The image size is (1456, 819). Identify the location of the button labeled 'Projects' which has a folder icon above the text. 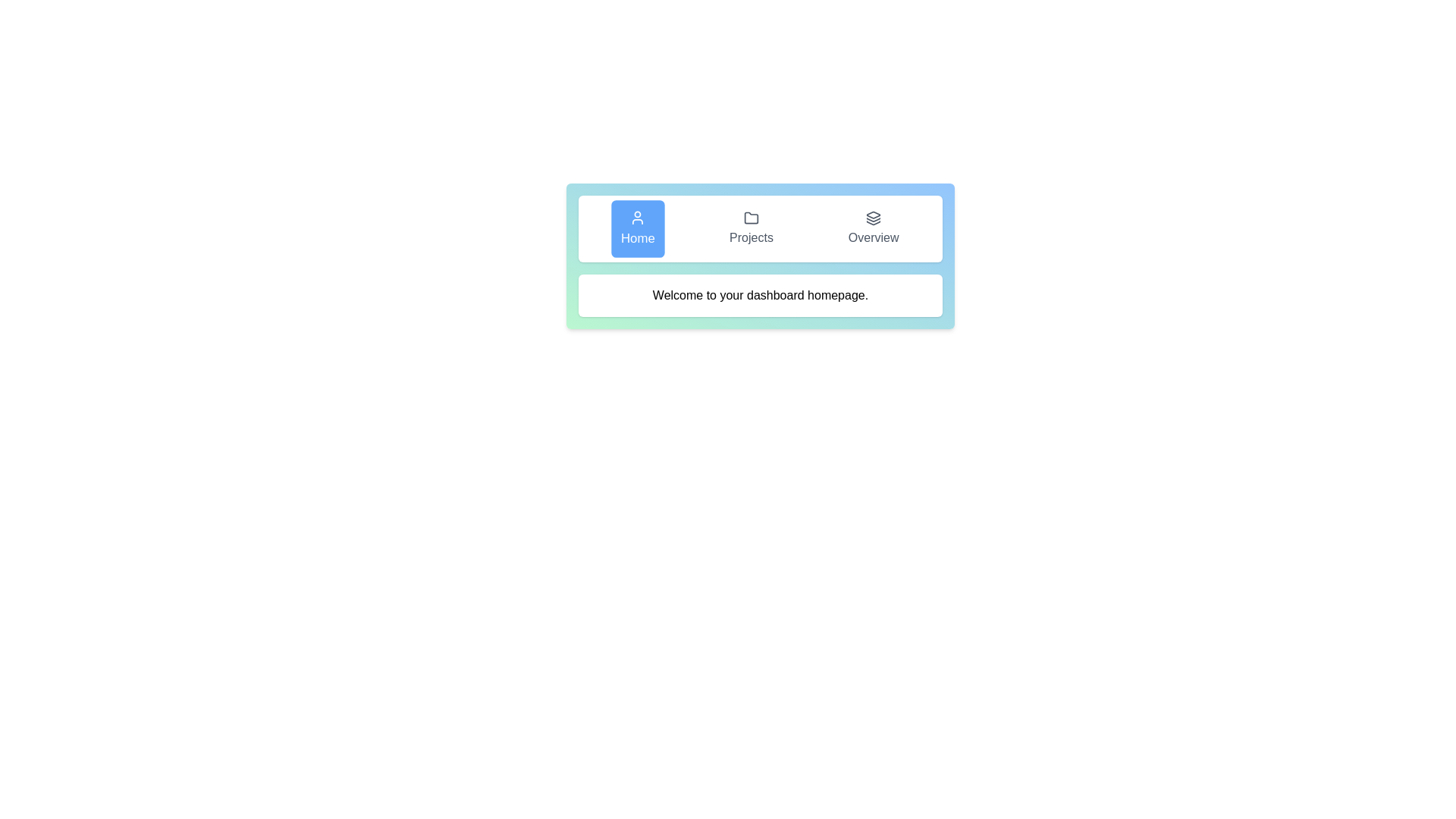
(751, 228).